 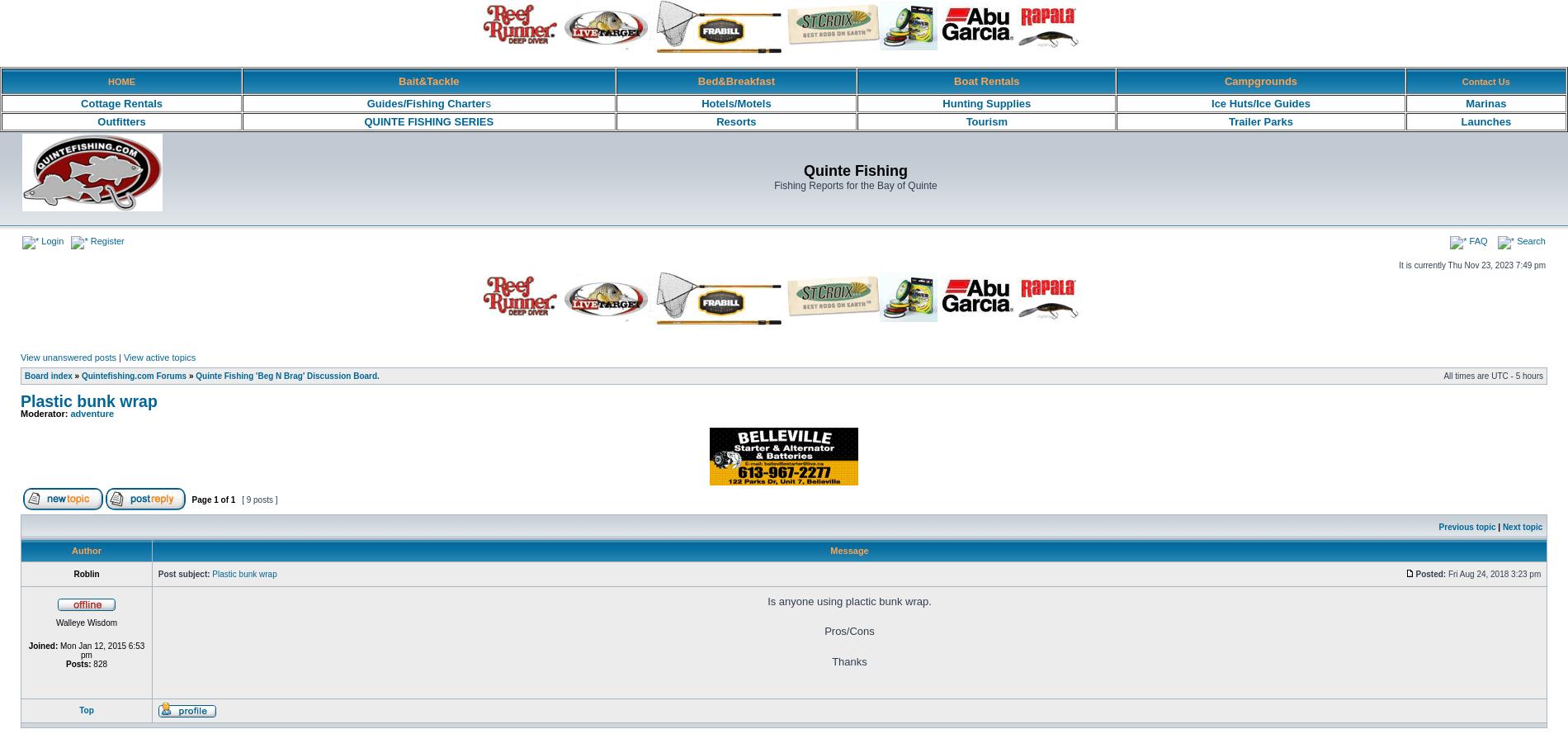 What do you see at coordinates (1460, 121) in the screenshot?
I see `'Launches'` at bounding box center [1460, 121].